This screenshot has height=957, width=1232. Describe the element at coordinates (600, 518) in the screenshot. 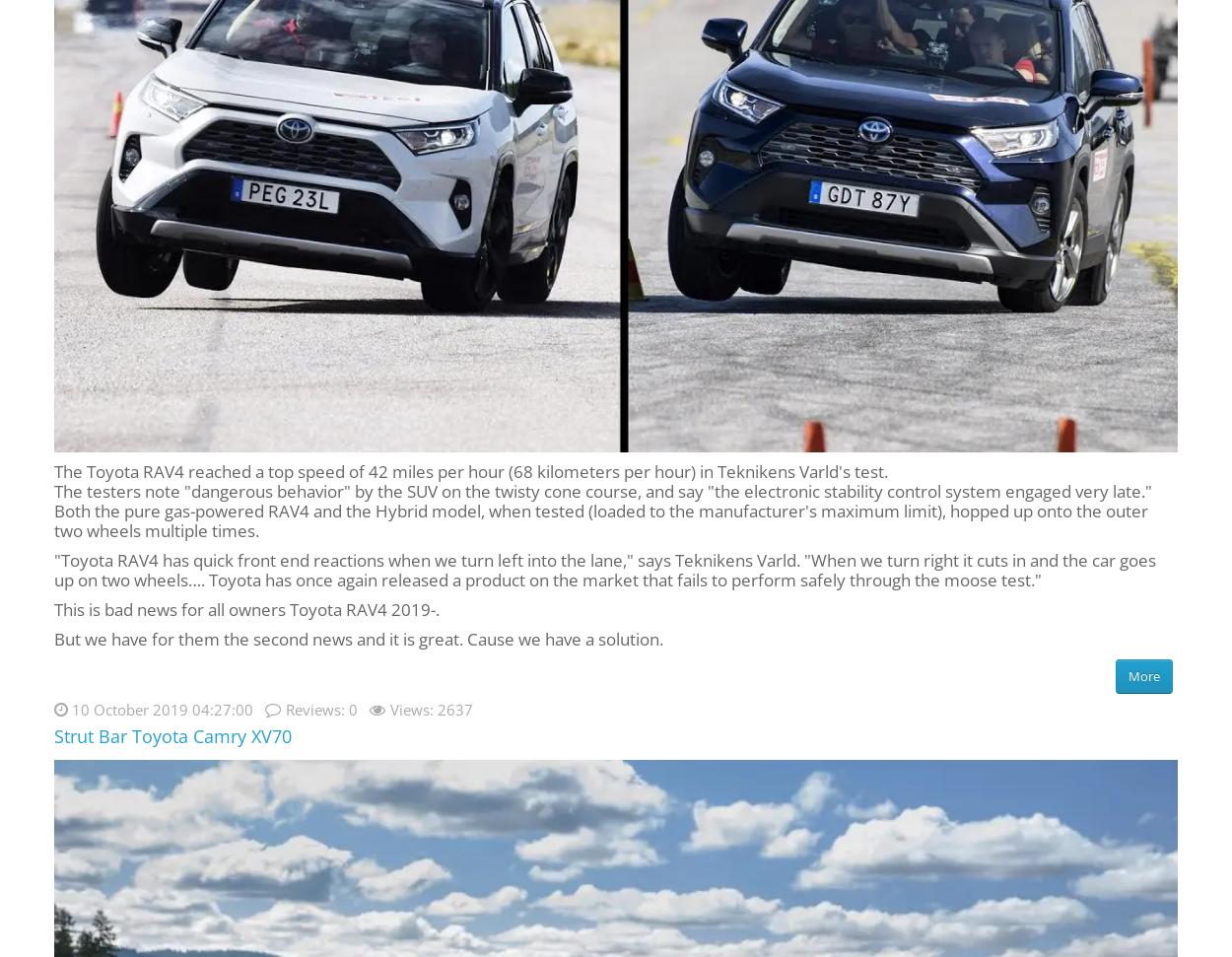

I see `'Both the pure gas-powered RAV4 and the Hybrid model, when tested (loaded to the manufacturer's maximum limit), hopped up onto the outer two wheels multiple times.'` at that location.